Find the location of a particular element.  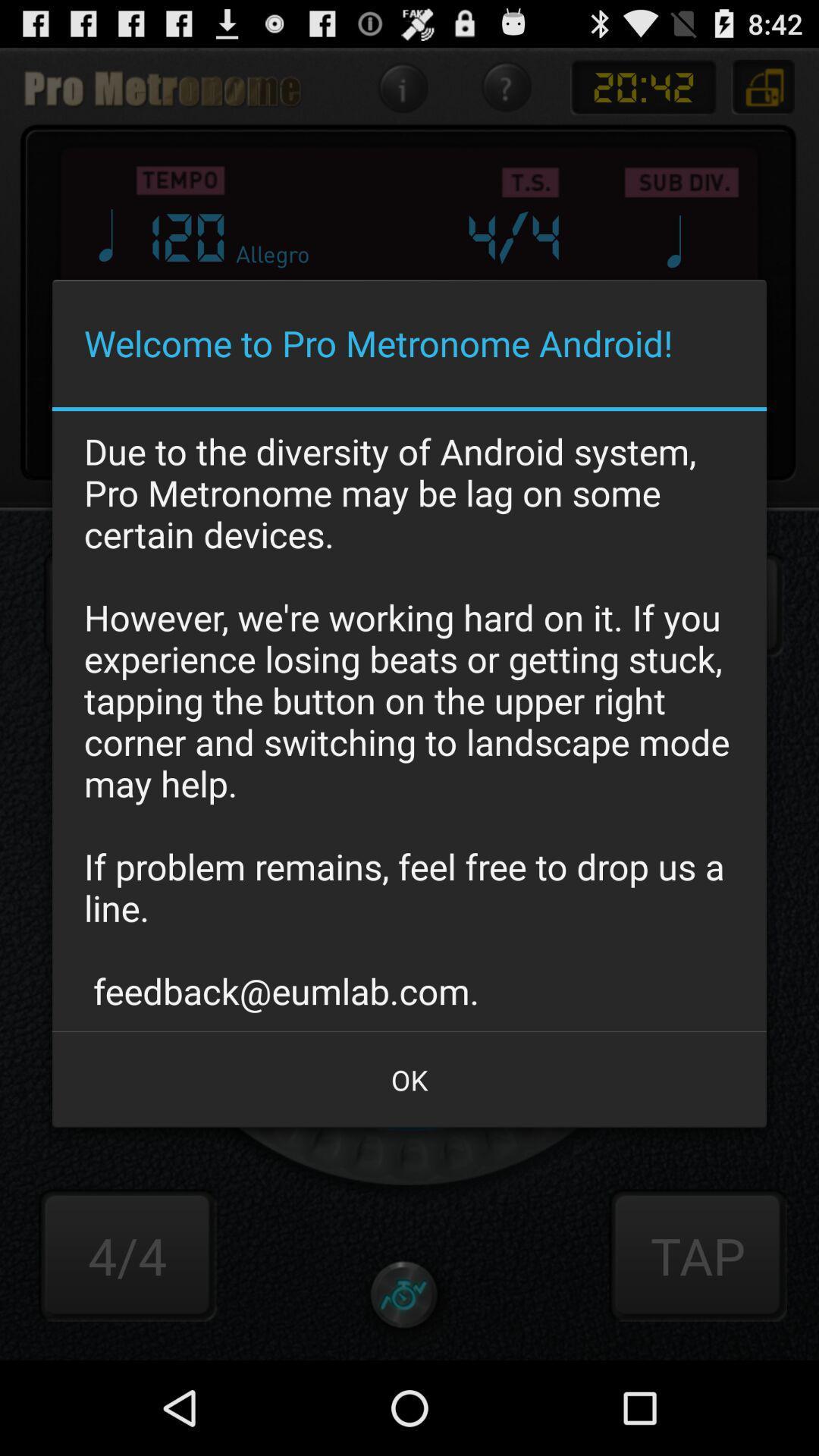

the item at the bottom is located at coordinates (409, 1079).